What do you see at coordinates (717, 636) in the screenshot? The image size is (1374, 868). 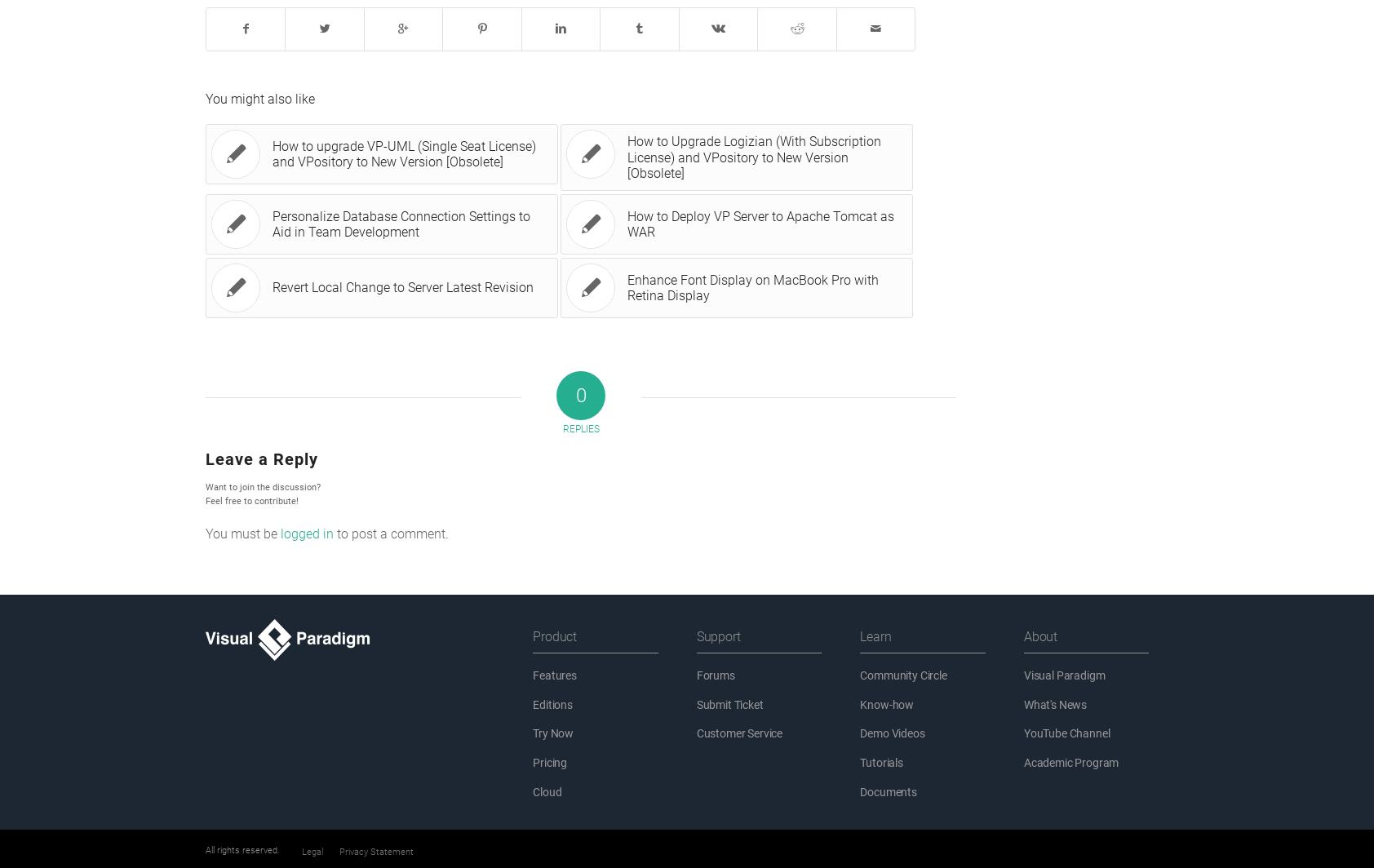 I see `'Support'` at bounding box center [717, 636].